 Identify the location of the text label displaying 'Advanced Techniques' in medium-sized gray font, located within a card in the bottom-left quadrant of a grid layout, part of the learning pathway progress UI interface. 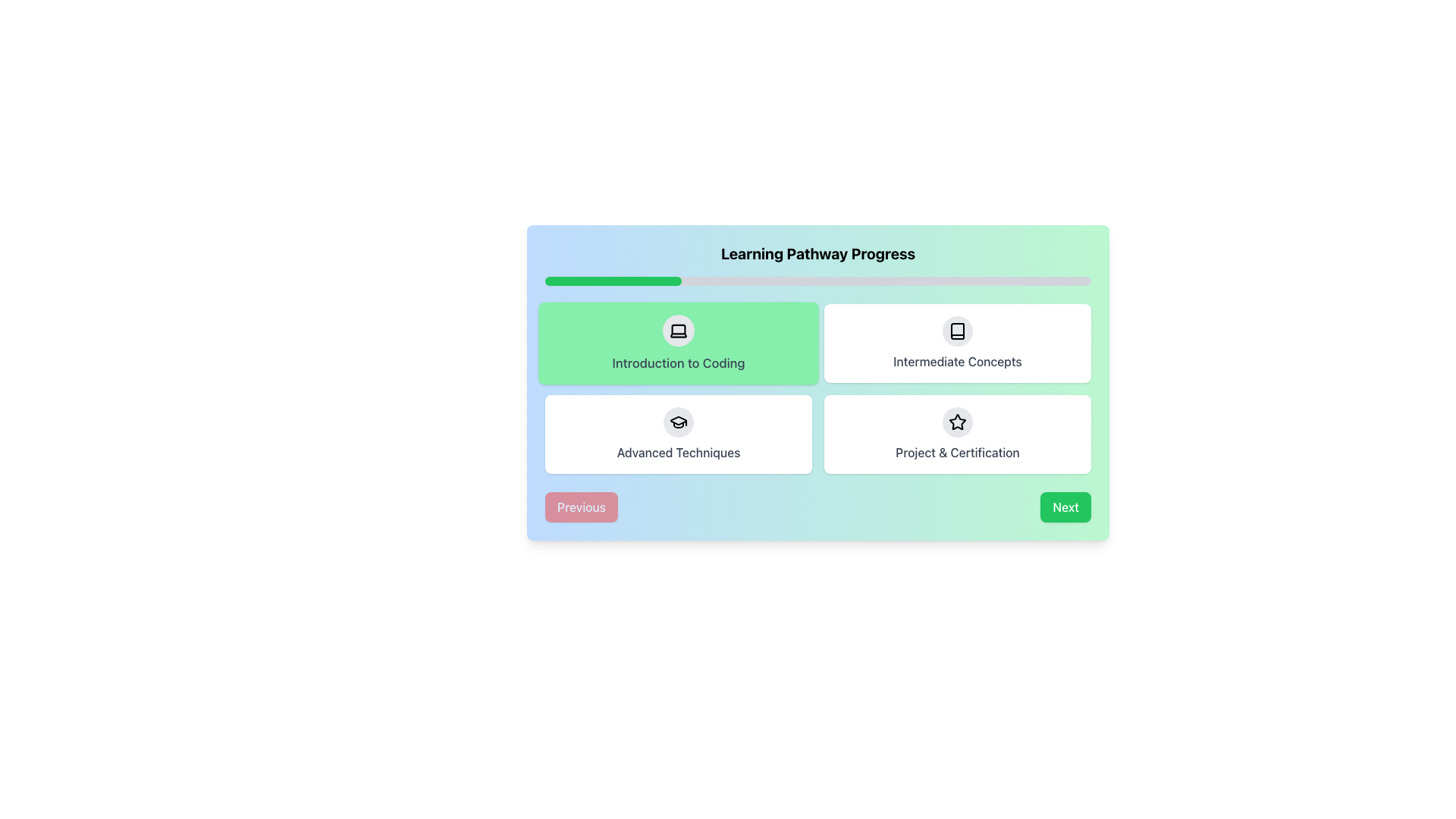
(677, 452).